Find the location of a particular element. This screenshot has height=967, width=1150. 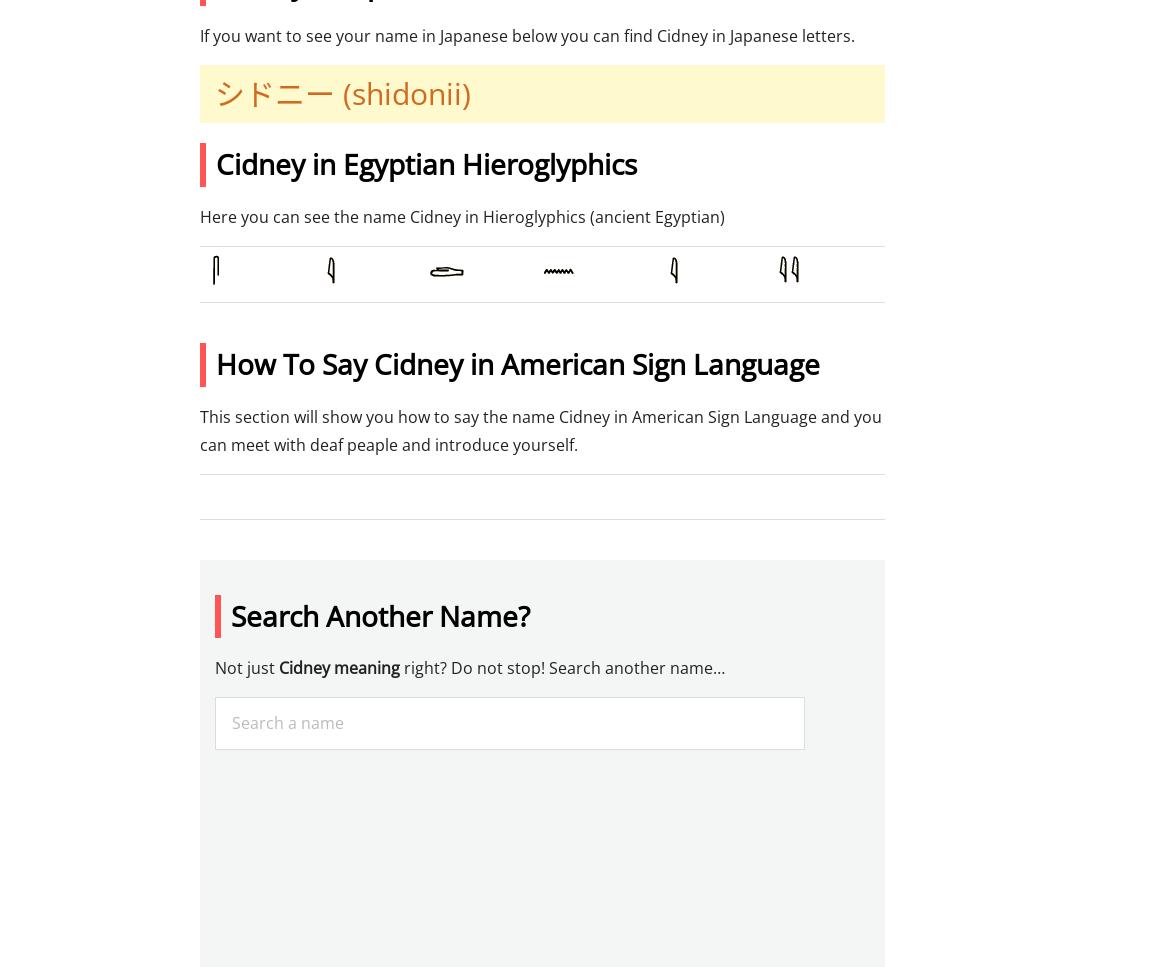

'Here you can see the name Cidney in Hieroglyphics (ancient Egyptian)' is located at coordinates (462, 215).